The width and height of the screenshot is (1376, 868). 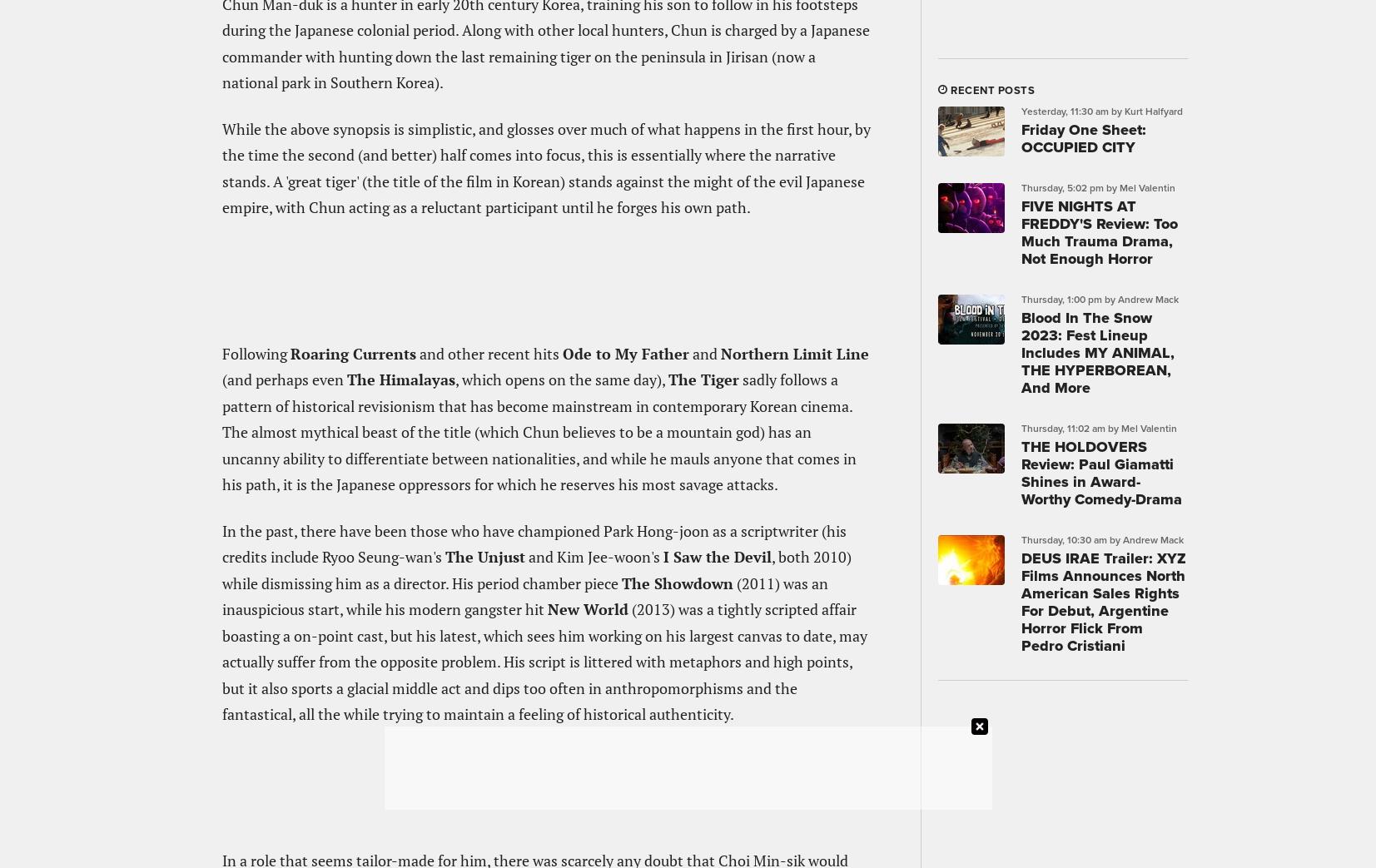 I want to click on 'The Unjust', so click(x=484, y=555).